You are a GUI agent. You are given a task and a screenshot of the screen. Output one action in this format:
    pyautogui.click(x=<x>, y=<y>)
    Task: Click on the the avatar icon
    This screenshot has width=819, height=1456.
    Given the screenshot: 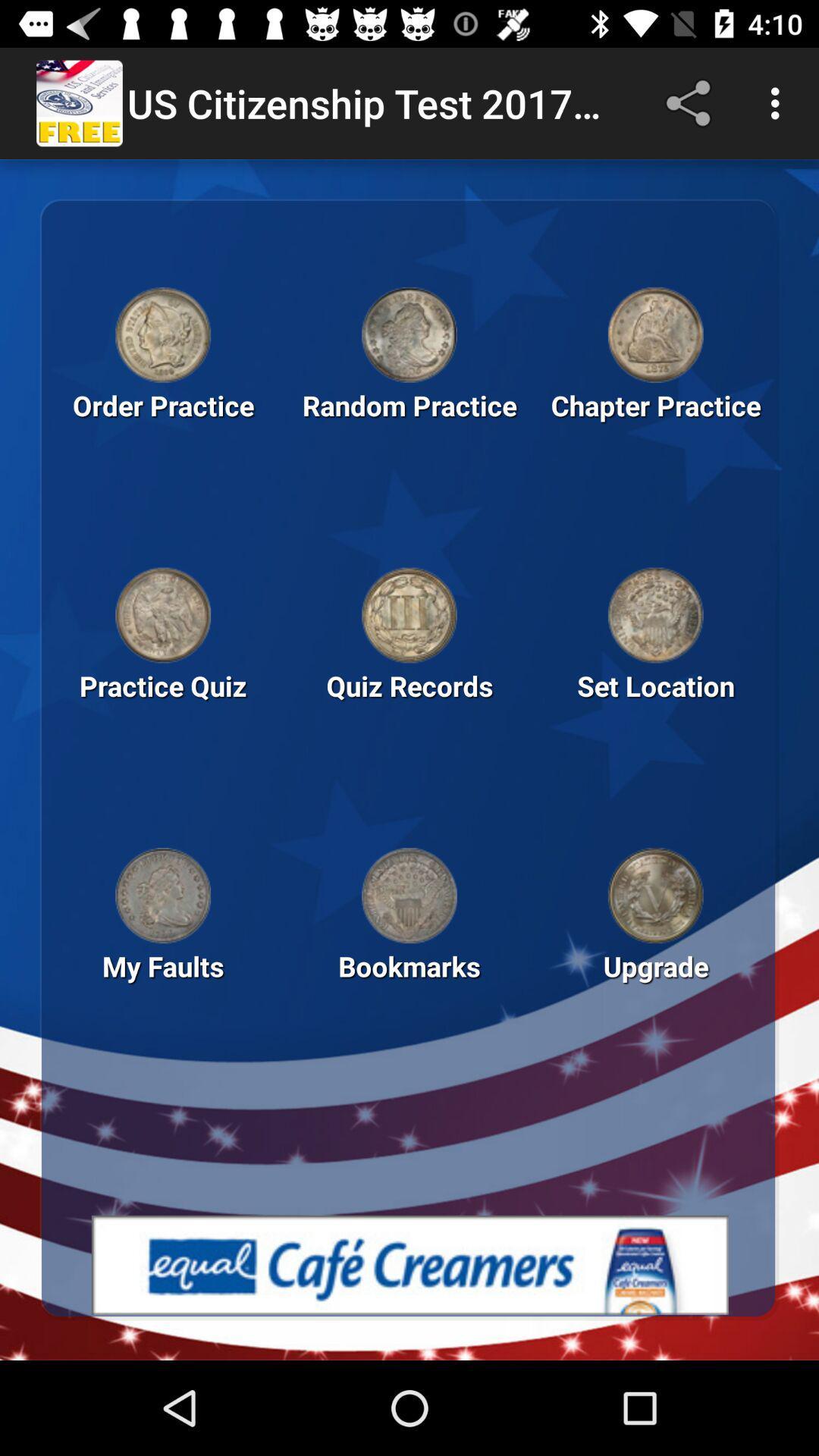 What is the action you would take?
    pyautogui.click(x=409, y=615)
    